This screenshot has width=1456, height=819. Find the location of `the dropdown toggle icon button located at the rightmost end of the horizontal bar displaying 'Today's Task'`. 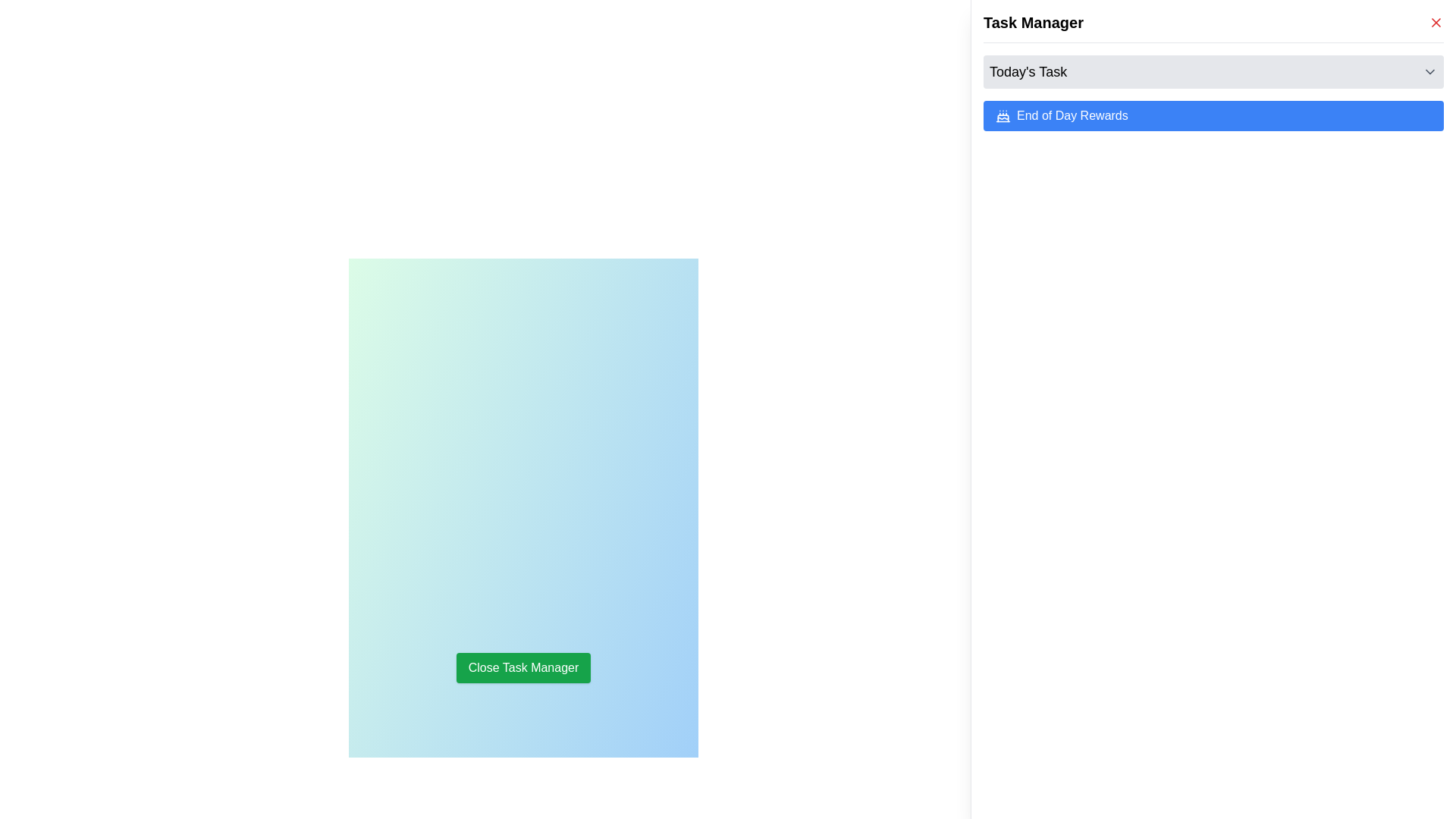

the dropdown toggle icon button located at the rightmost end of the horizontal bar displaying 'Today's Task' is located at coordinates (1429, 72).